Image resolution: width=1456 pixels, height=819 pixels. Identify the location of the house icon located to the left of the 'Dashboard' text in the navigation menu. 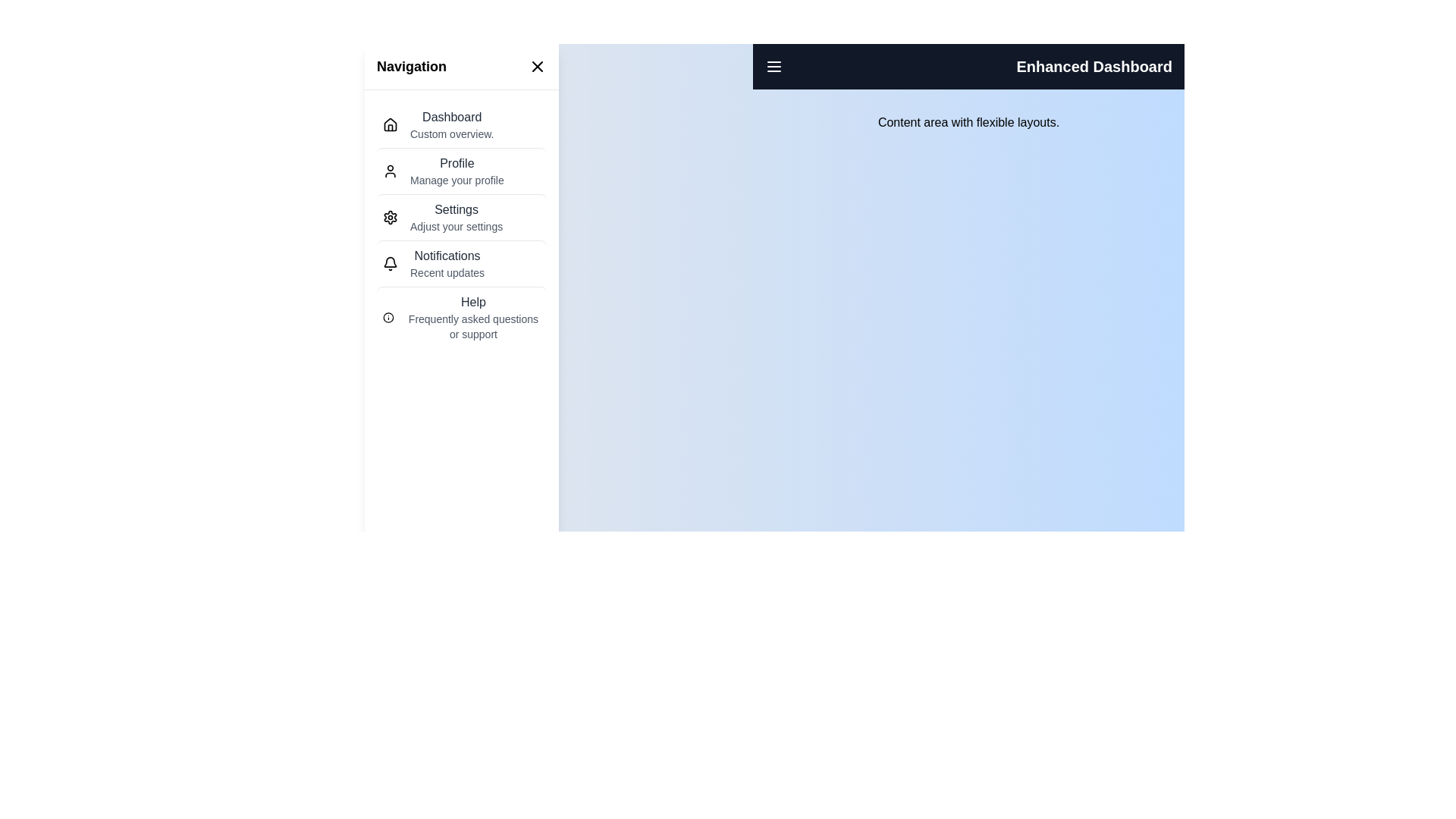
(390, 124).